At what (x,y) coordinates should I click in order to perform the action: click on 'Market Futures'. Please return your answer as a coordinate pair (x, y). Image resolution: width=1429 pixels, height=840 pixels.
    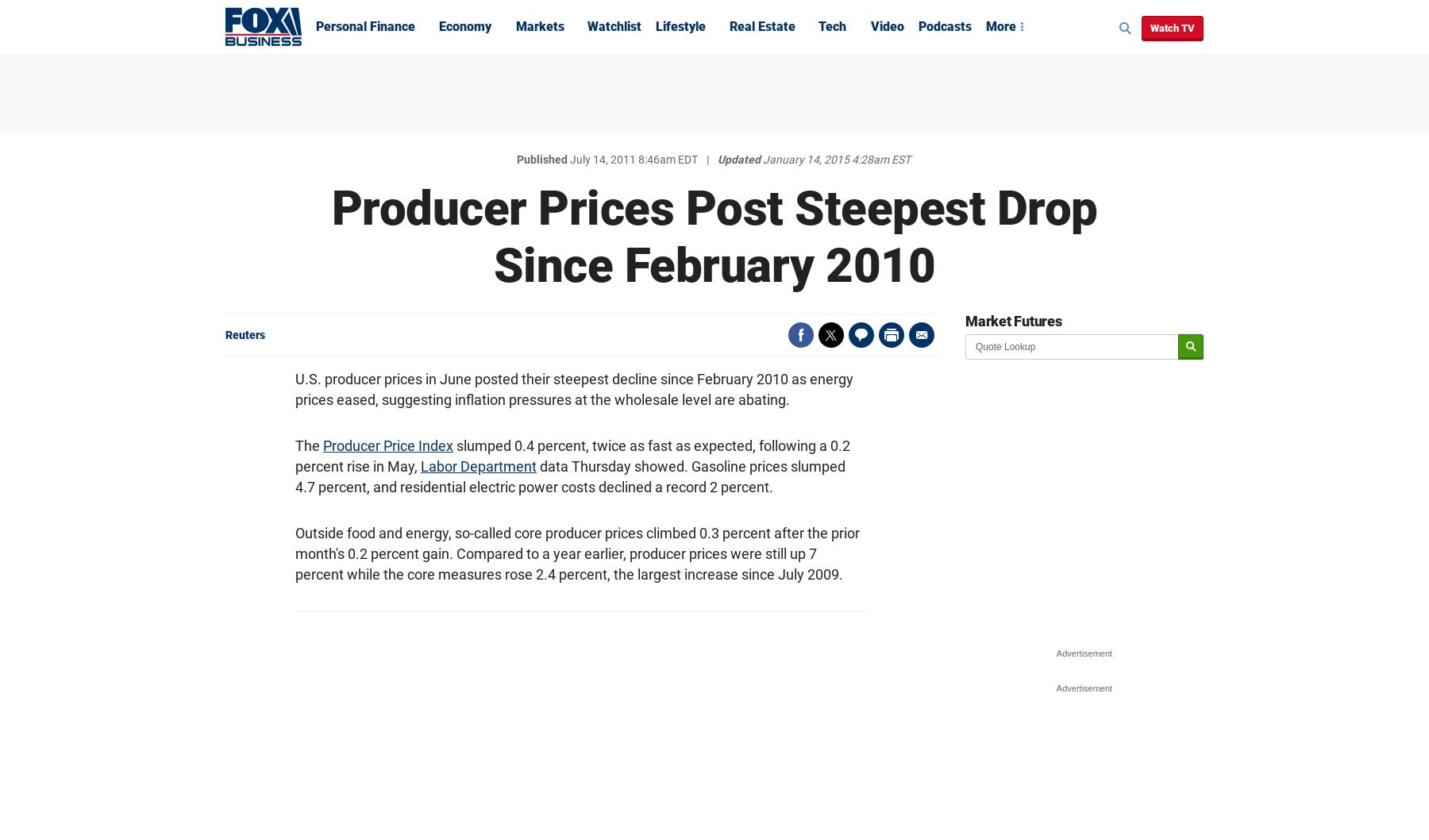
    Looking at the image, I should click on (1013, 321).